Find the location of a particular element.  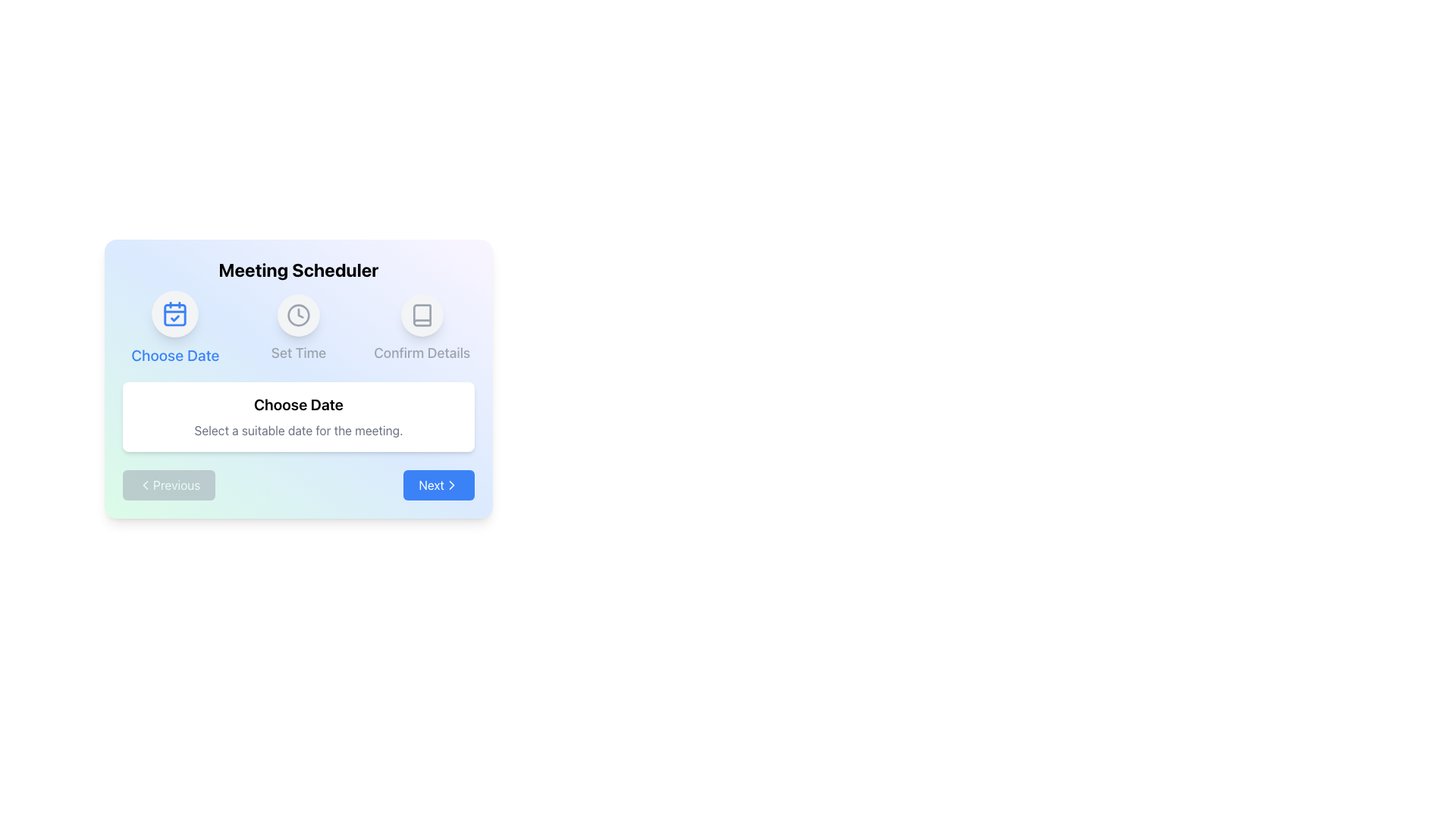

the informational block header for the 'Choose Date' step in the meeting scheduler interface, located at the center beneath the icons for 'Choose Date', 'Set Time', and 'Confirm Details.' is located at coordinates (298, 417).